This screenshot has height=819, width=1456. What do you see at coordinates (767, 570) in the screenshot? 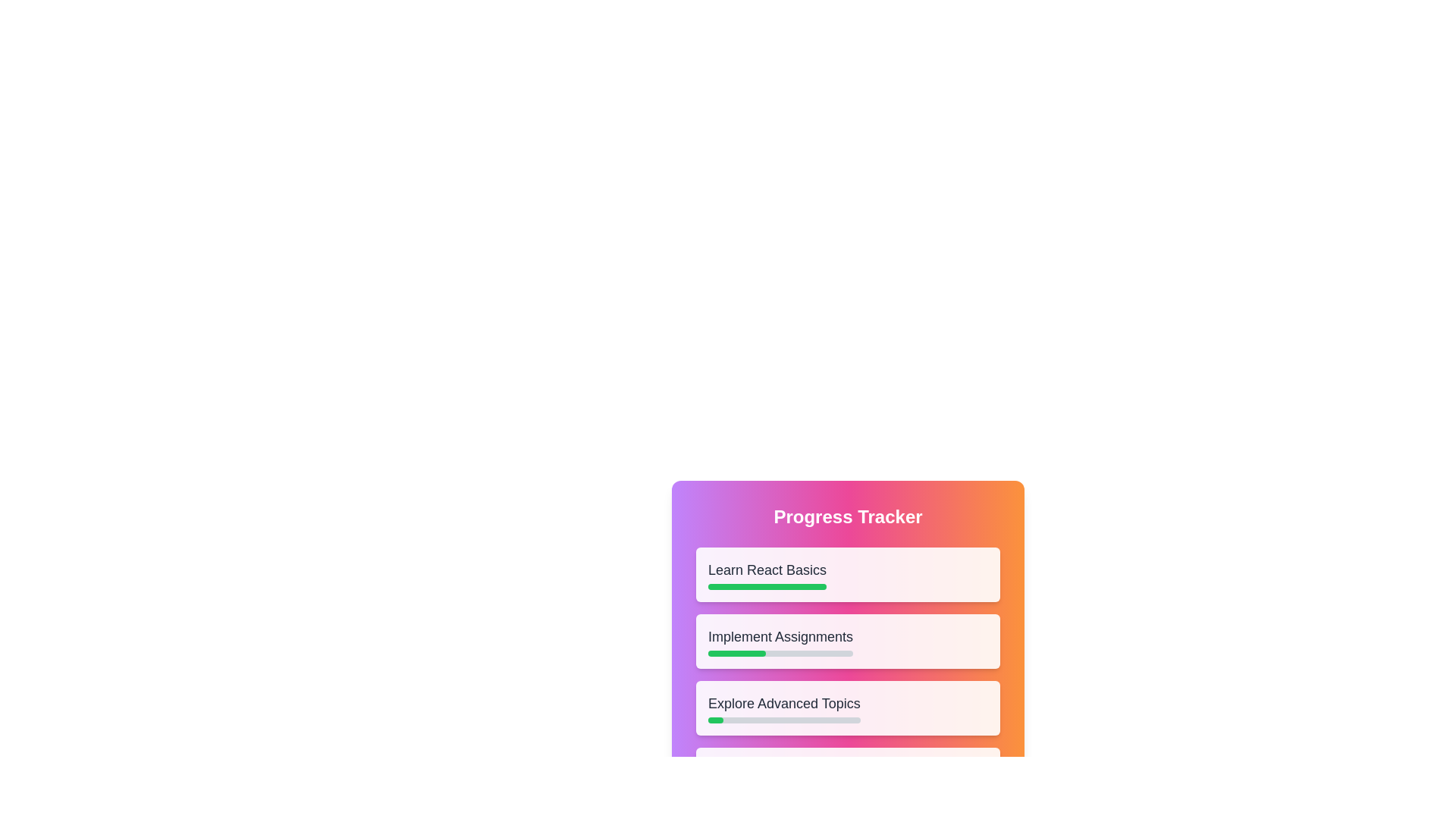
I see `the task title 'Learn React Basics' to enable text editing` at bounding box center [767, 570].